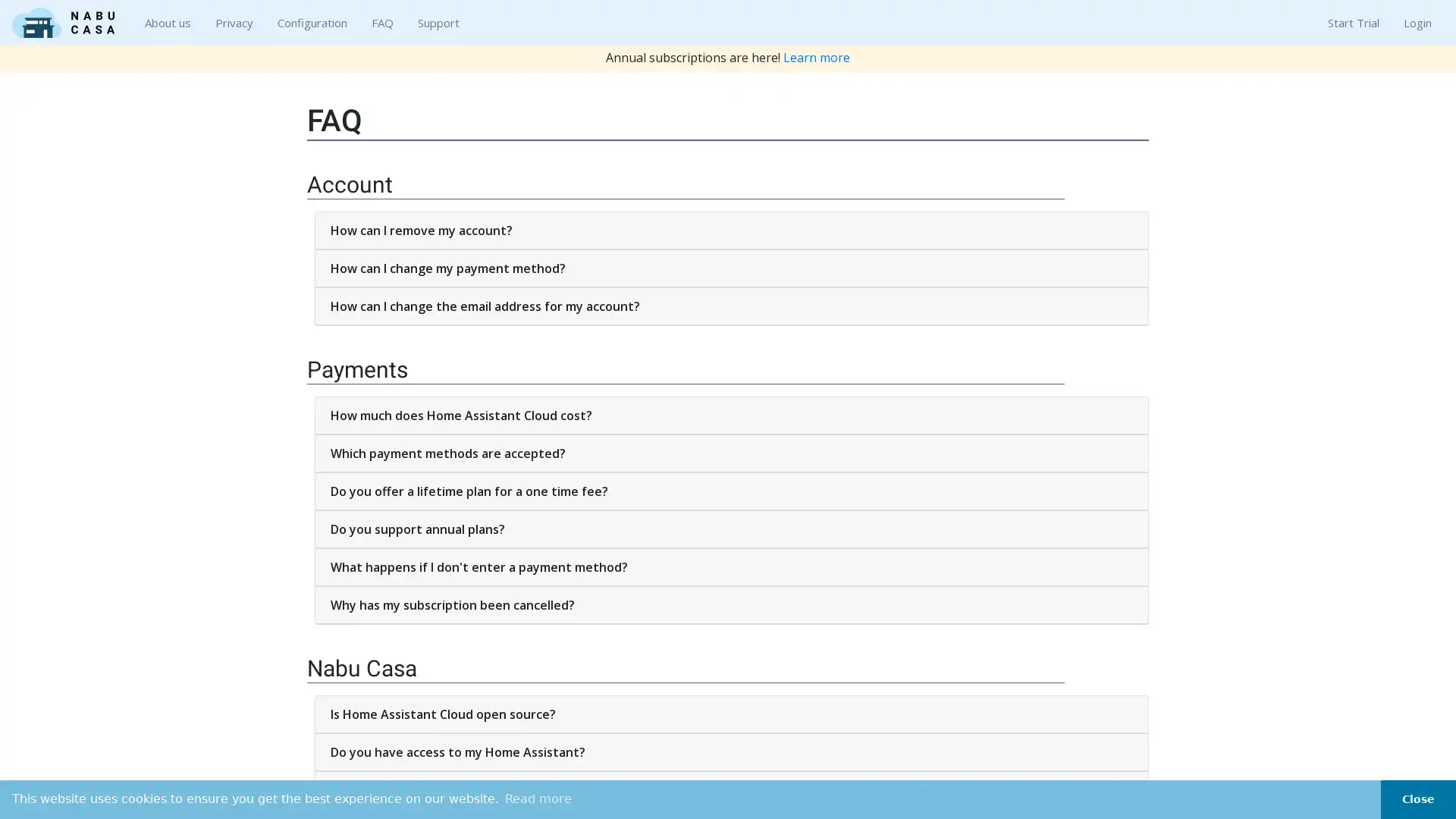 The image size is (1456, 819). What do you see at coordinates (731, 491) in the screenshot?
I see `Do you offer a lifetime plan for a one time fee?` at bounding box center [731, 491].